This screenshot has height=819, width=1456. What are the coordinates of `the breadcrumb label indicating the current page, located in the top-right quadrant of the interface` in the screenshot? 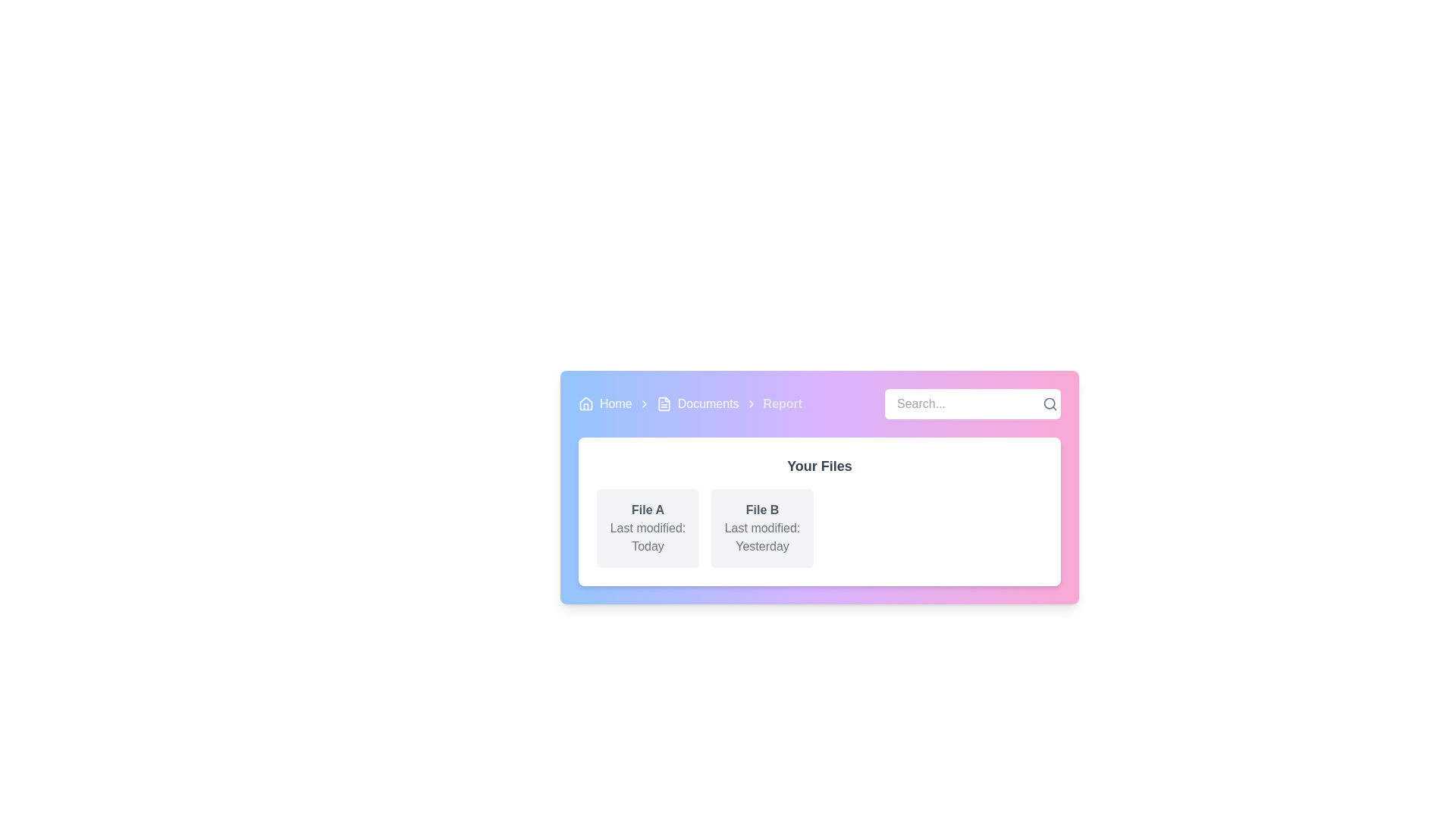 It's located at (783, 403).